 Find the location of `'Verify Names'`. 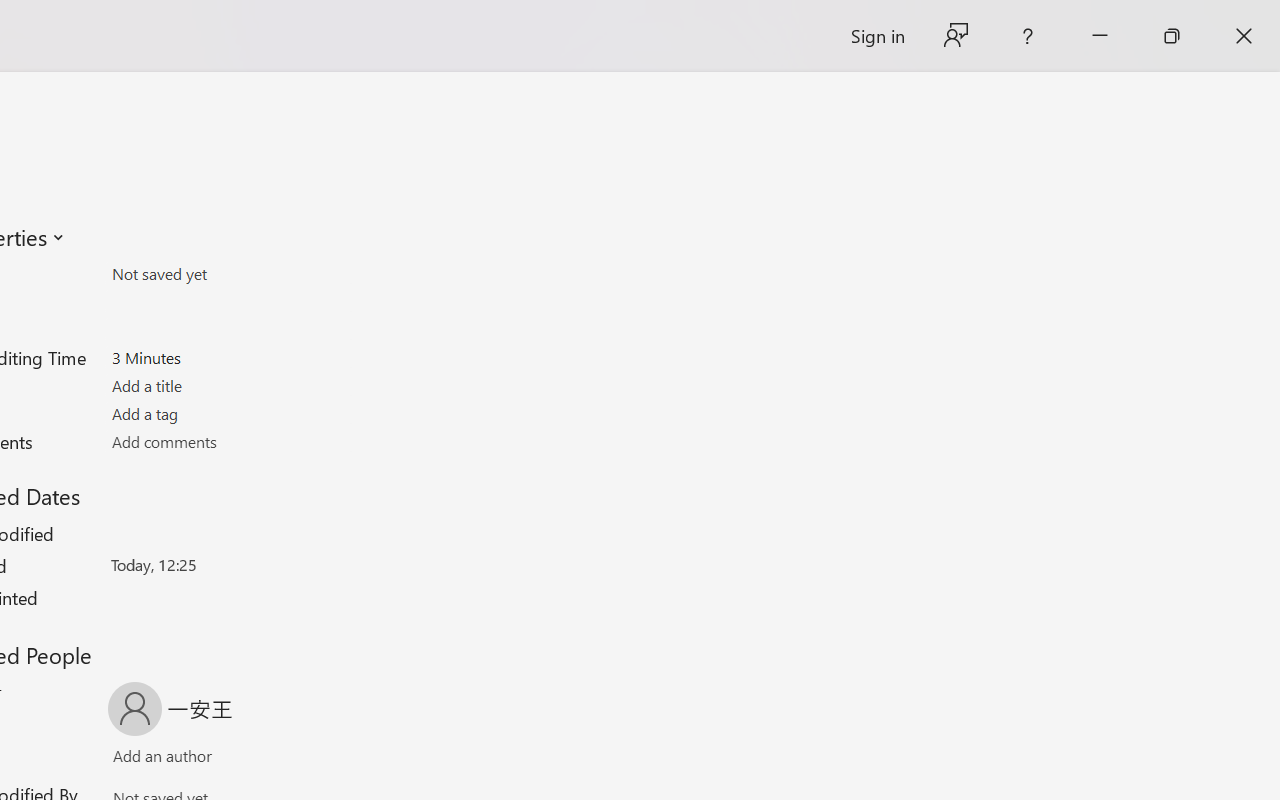

'Verify Names' is located at coordinates (197, 760).